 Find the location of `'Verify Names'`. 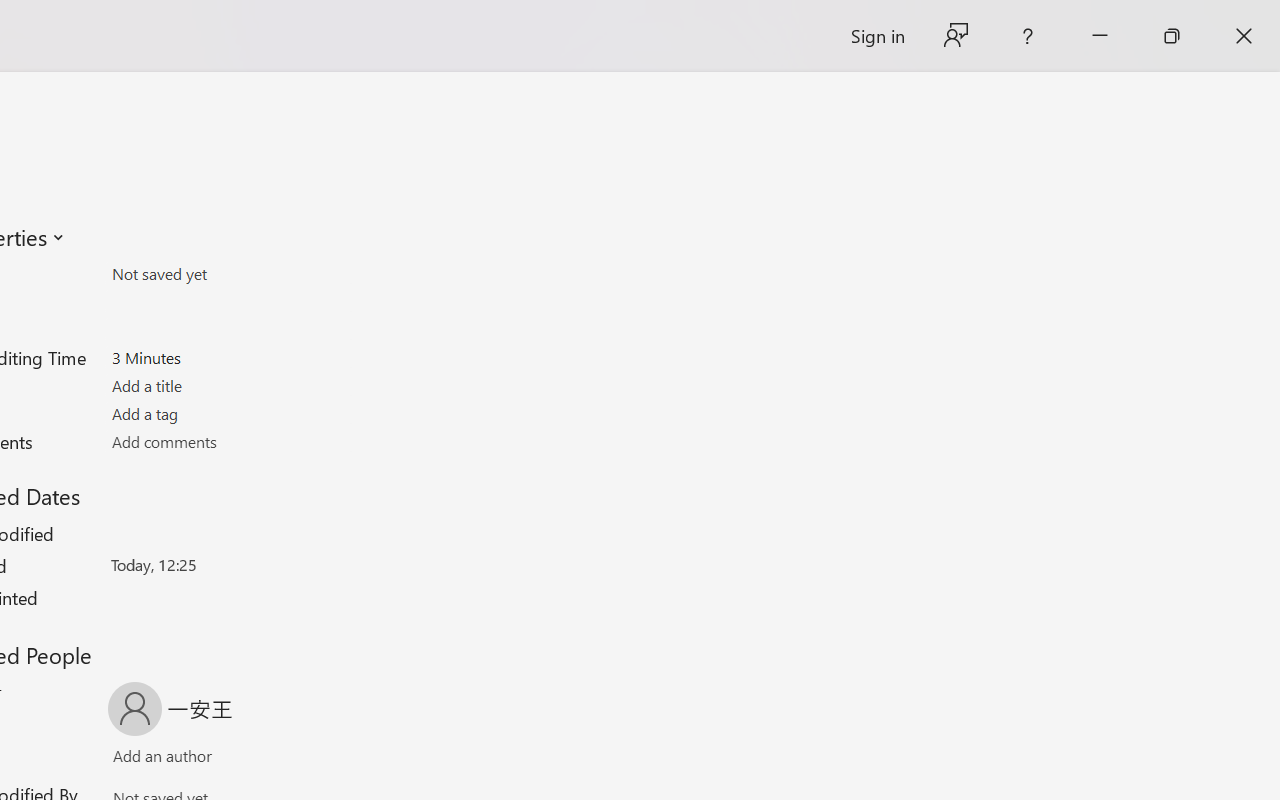

'Verify Names' is located at coordinates (197, 760).